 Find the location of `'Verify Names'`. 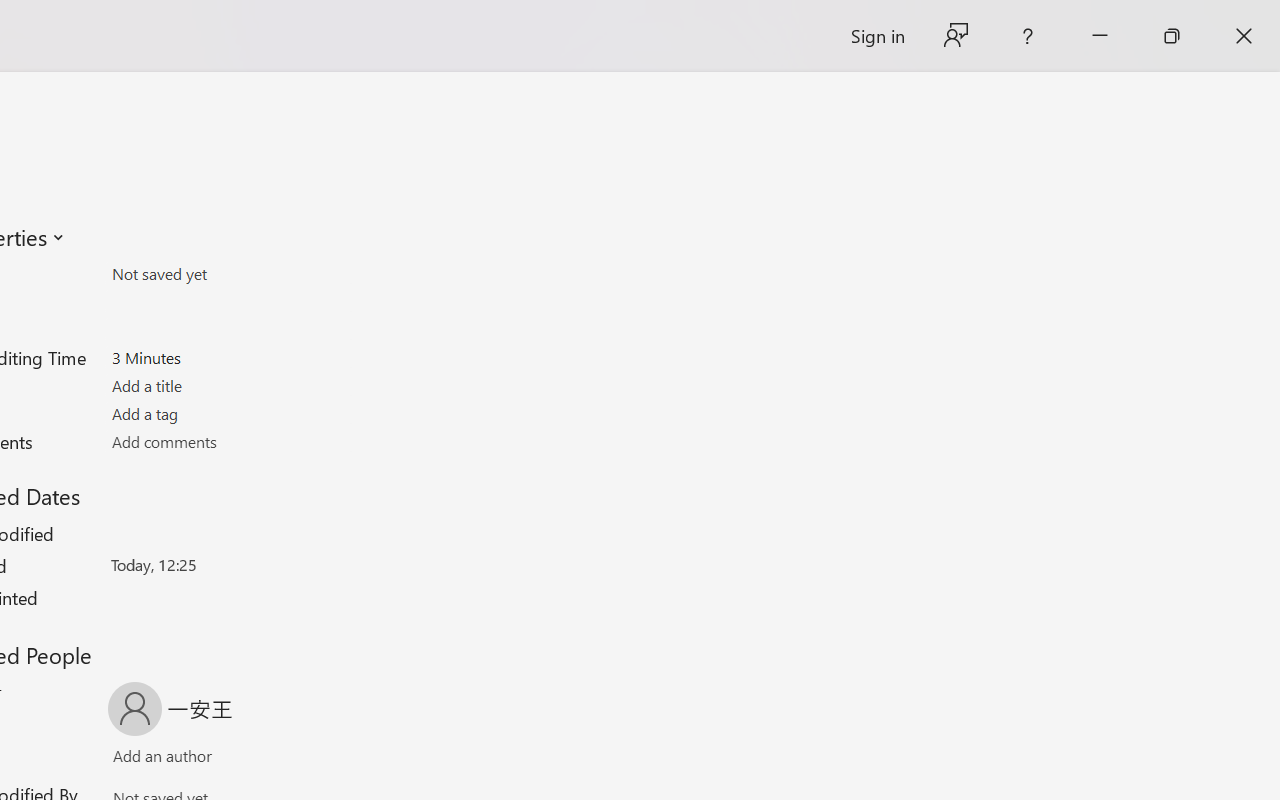

'Verify Names' is located at coordinates (197, 760).